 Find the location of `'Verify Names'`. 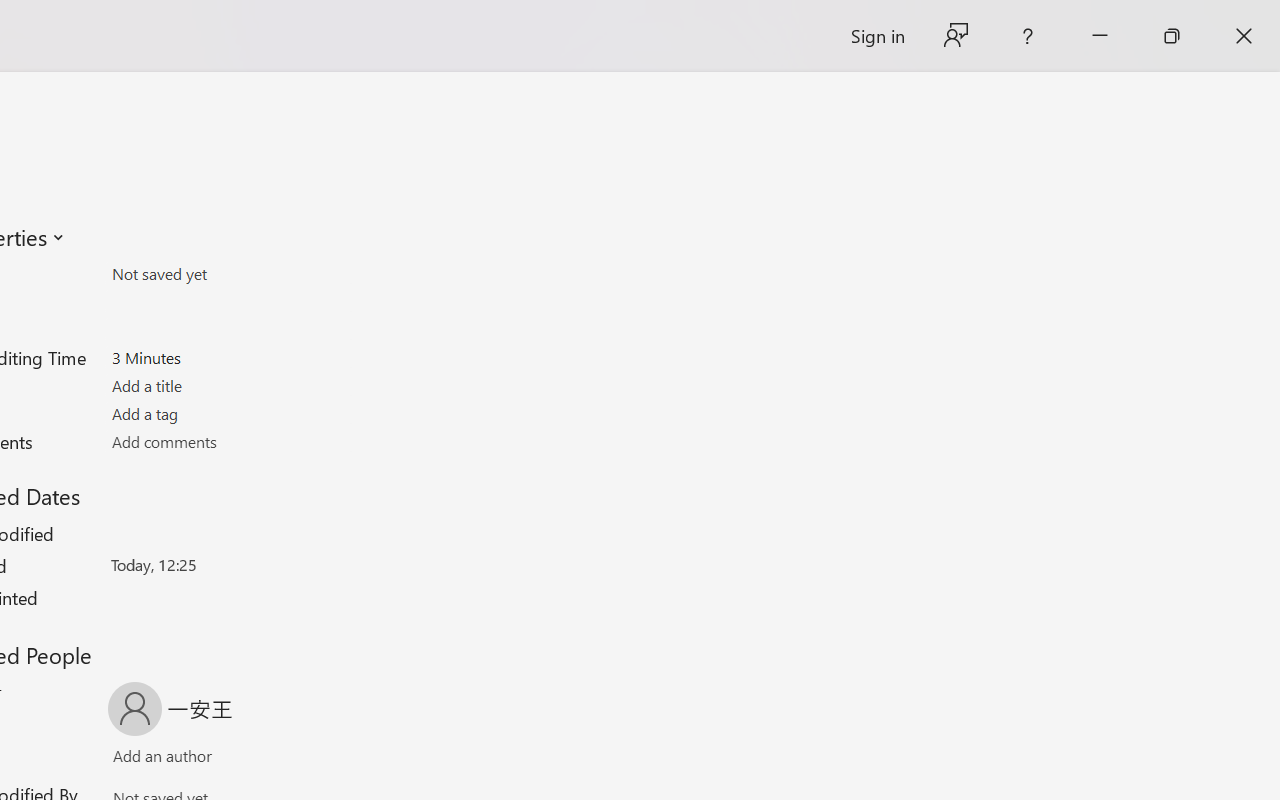

'Verify Names' is located at coordinates (197, 760).